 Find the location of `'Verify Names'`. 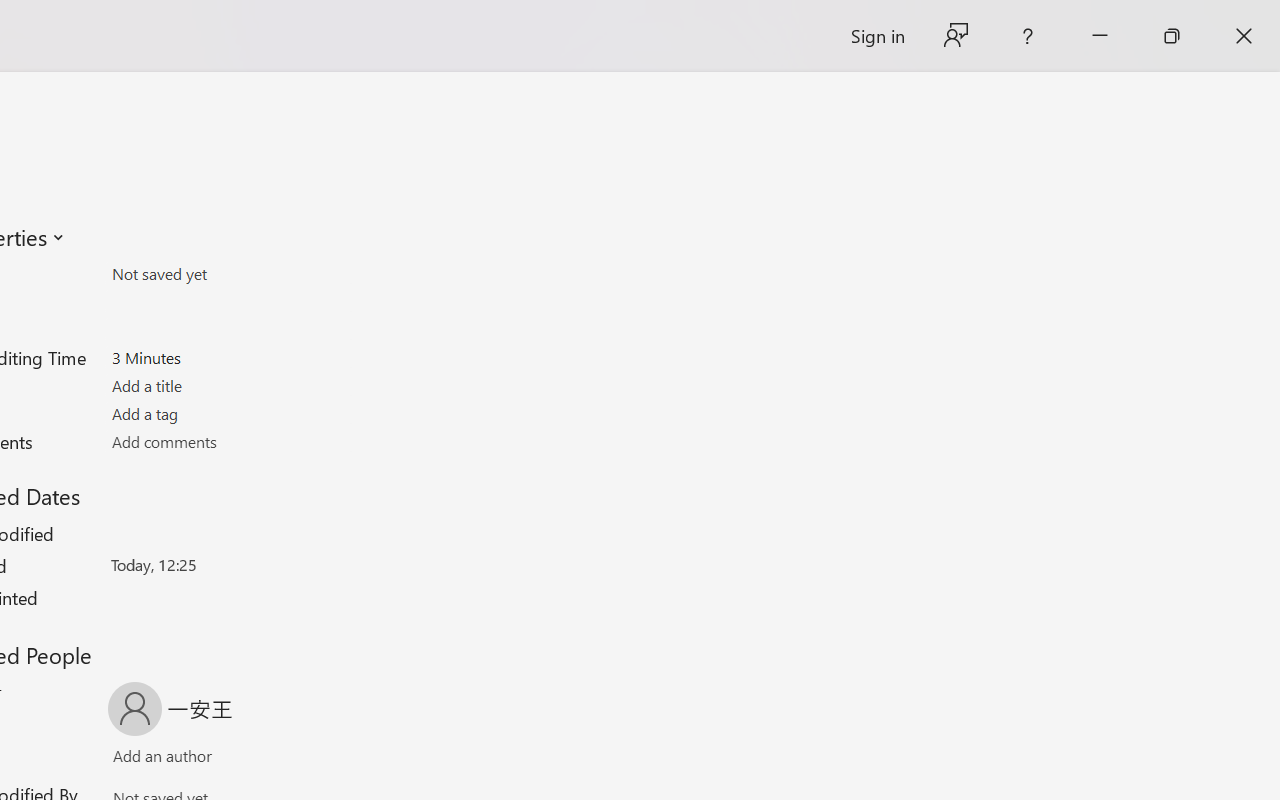

'Verify Names' is located at coordinates (197, 760).